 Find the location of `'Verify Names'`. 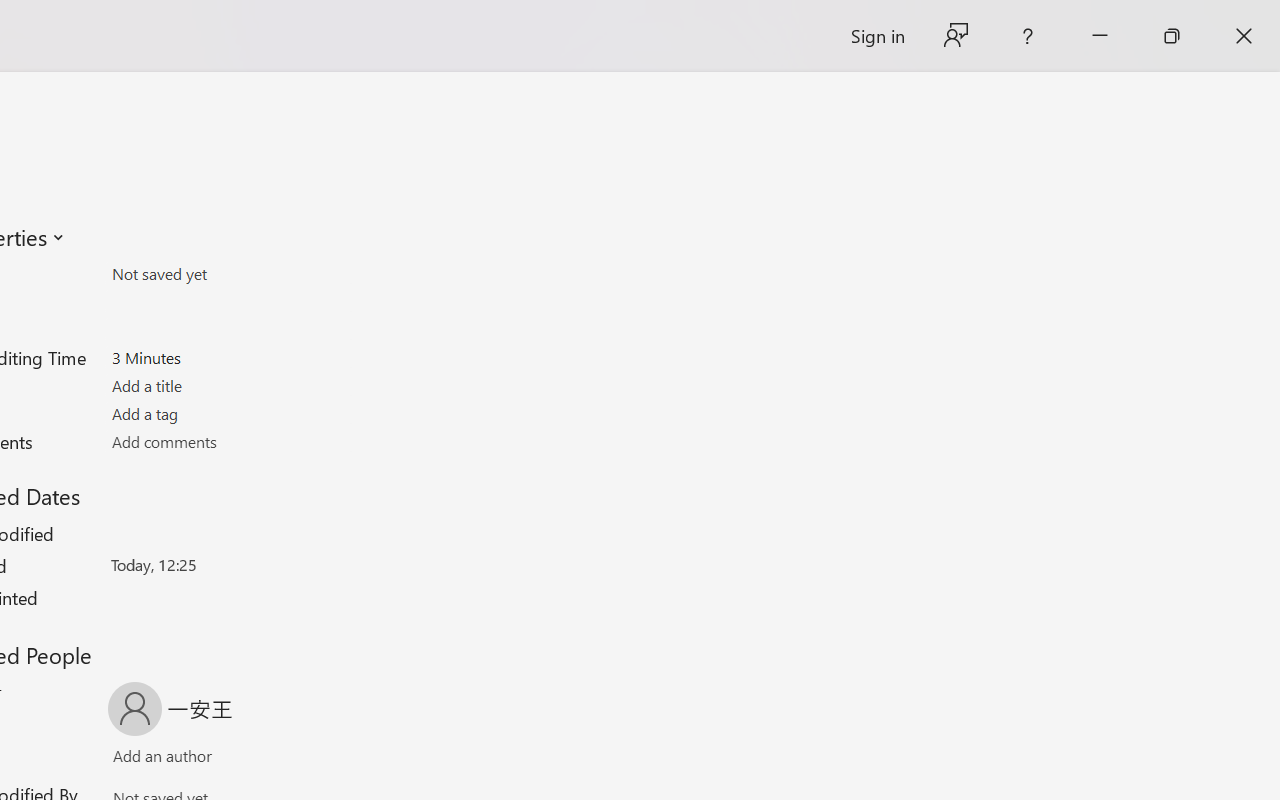

'Verify Names' is located at coordinates (197, 760).